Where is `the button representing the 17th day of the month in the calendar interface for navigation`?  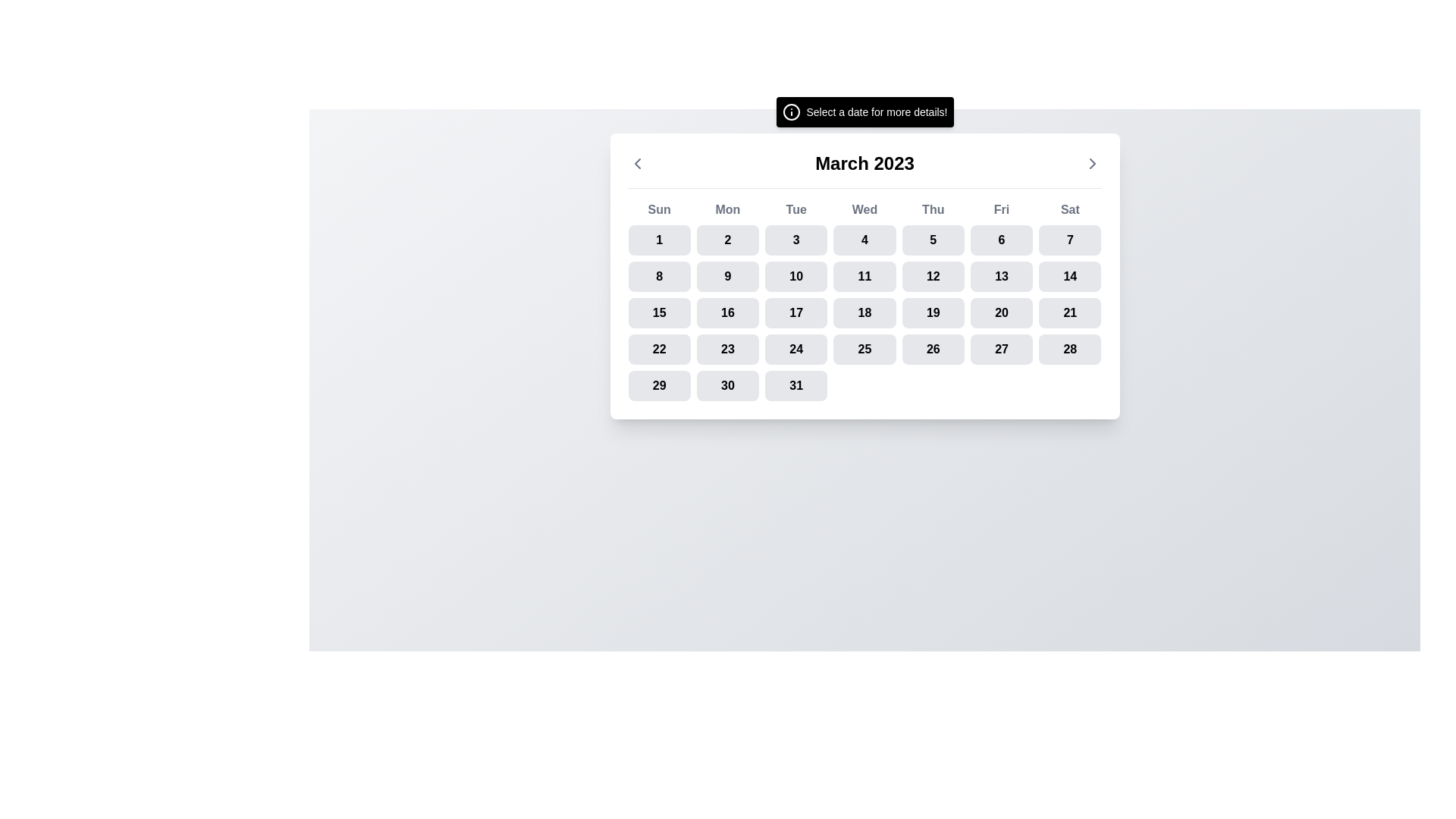 the button representing the 17th day of the month in the calendar interface for navigation is located at coordinates (795, 312).